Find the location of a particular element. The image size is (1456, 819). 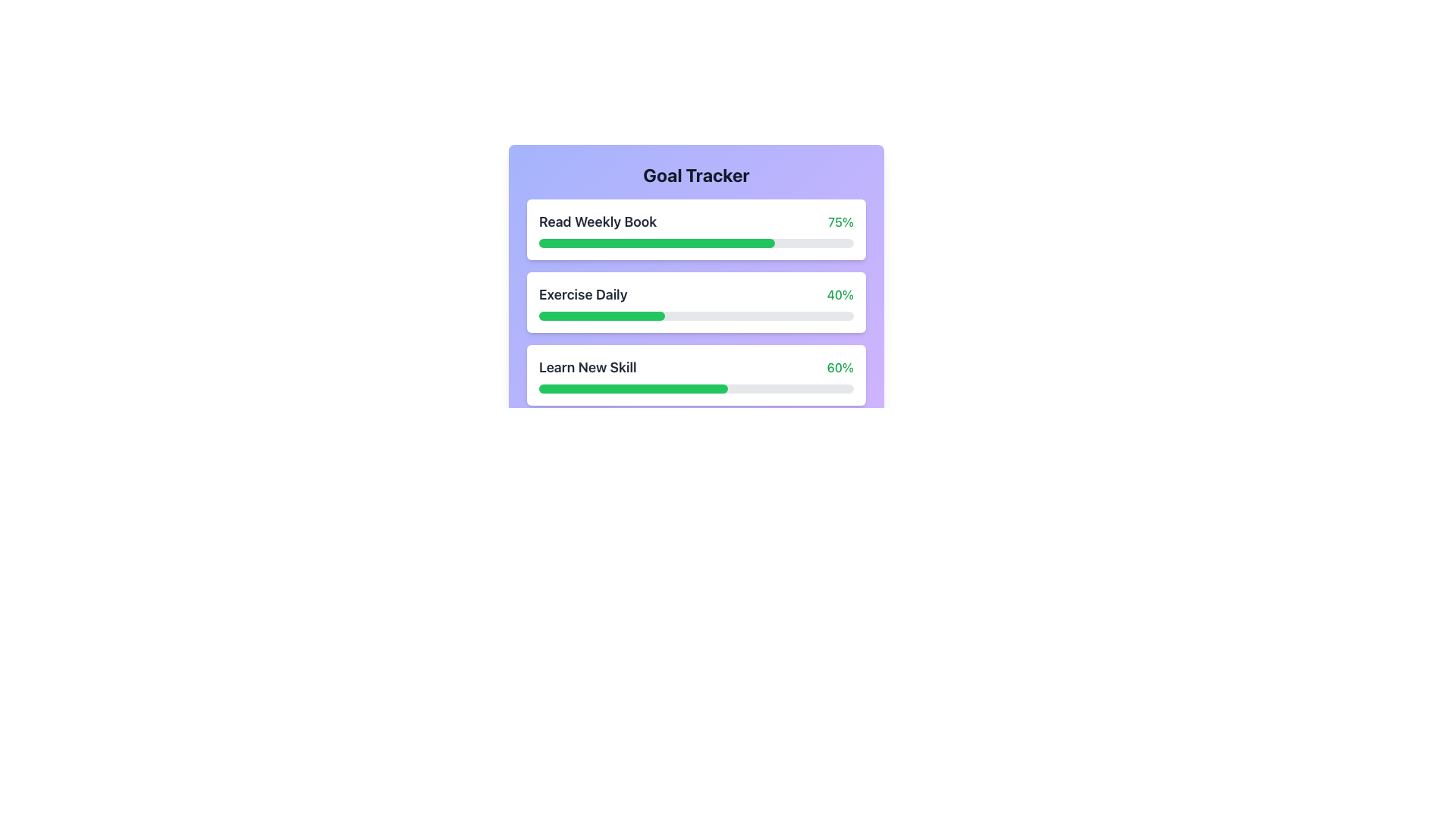

the percentage progress of the Progress Tracker element, which displays '75%' in green on a white background with a progress bar is located at coordinates (695, 230).